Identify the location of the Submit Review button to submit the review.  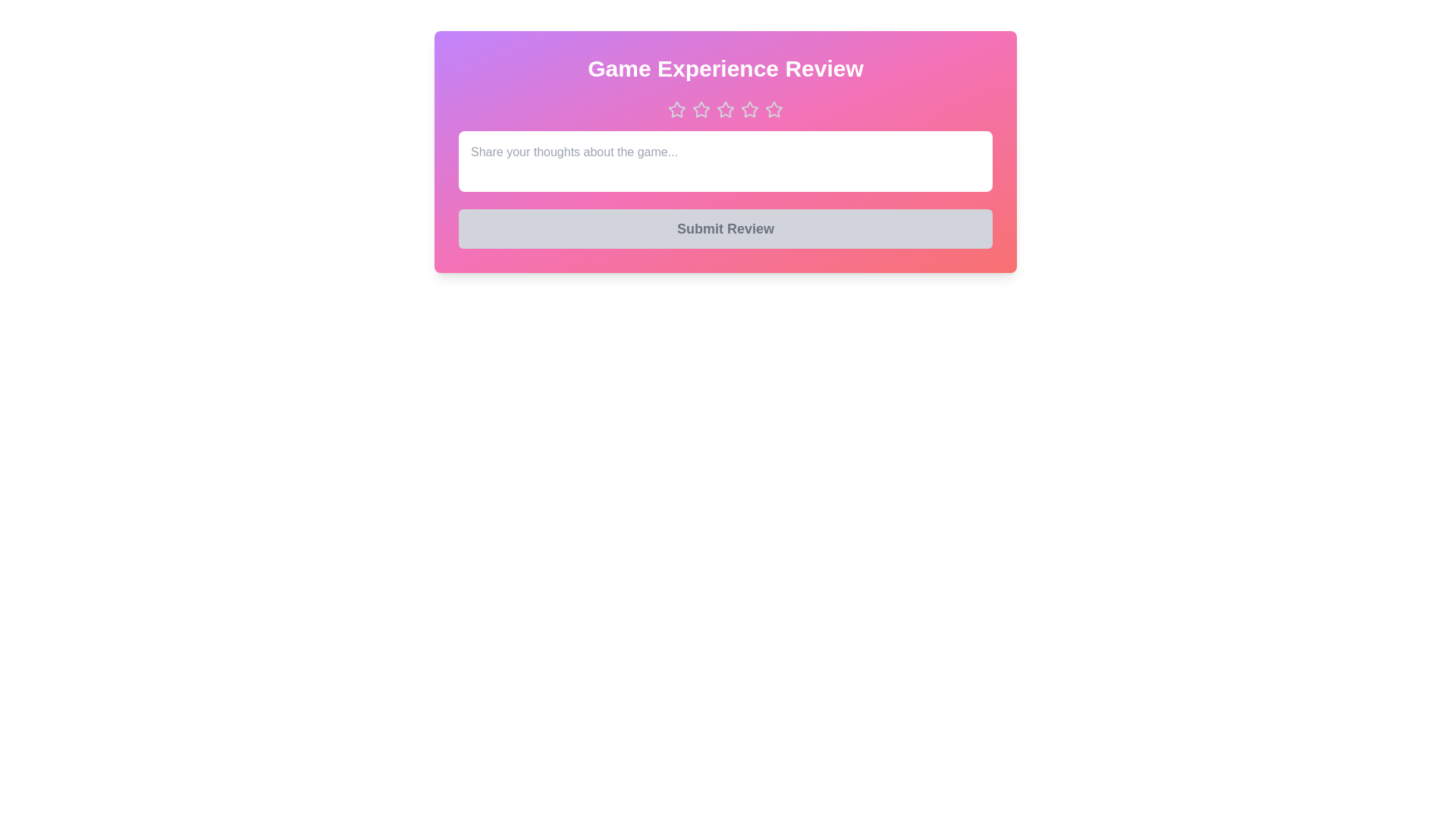
(724, 228).